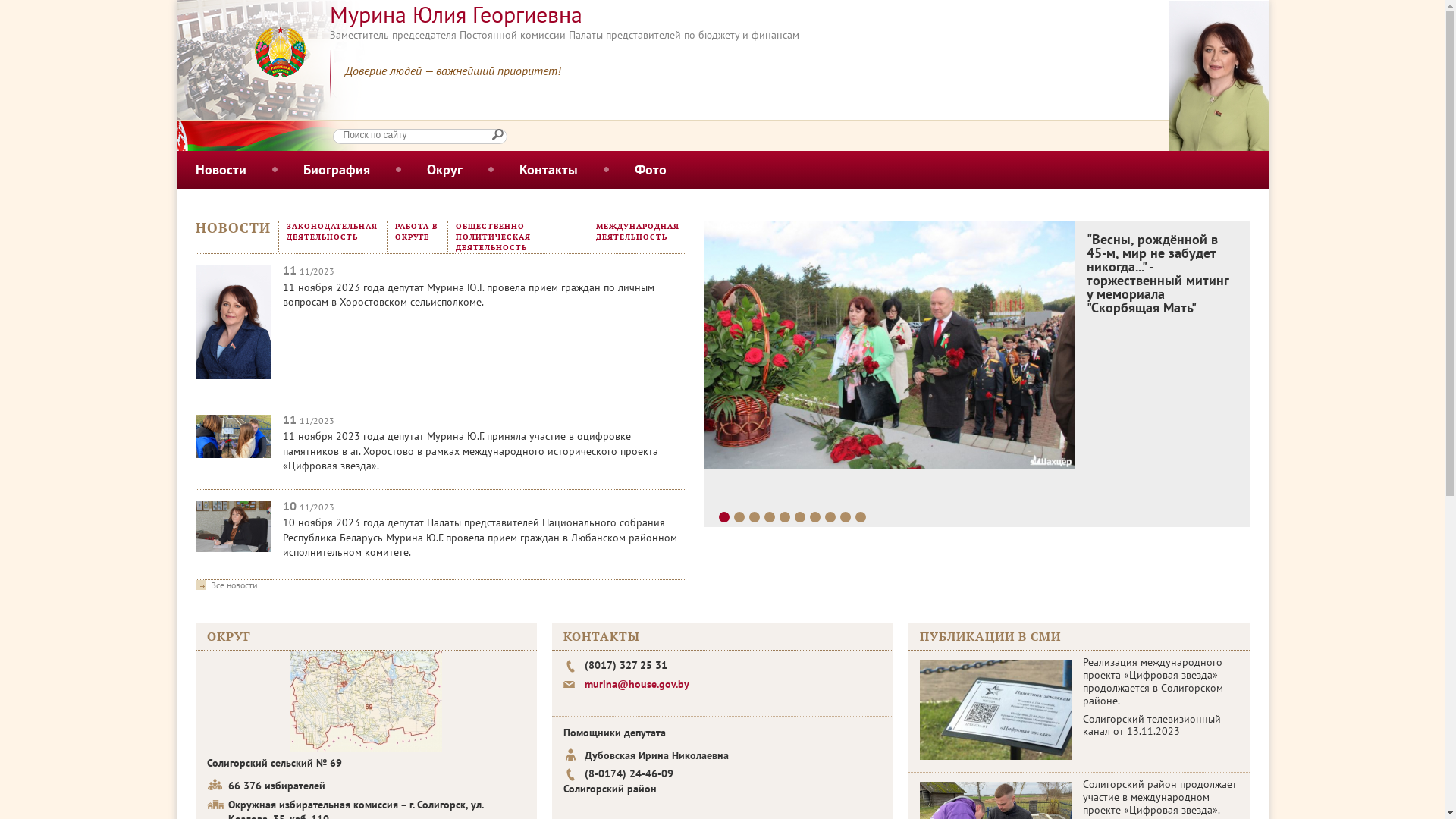  Describe the element at coordinates (636, 684) in the screenshot. I see `'murina@house.gov.by'` at that location.